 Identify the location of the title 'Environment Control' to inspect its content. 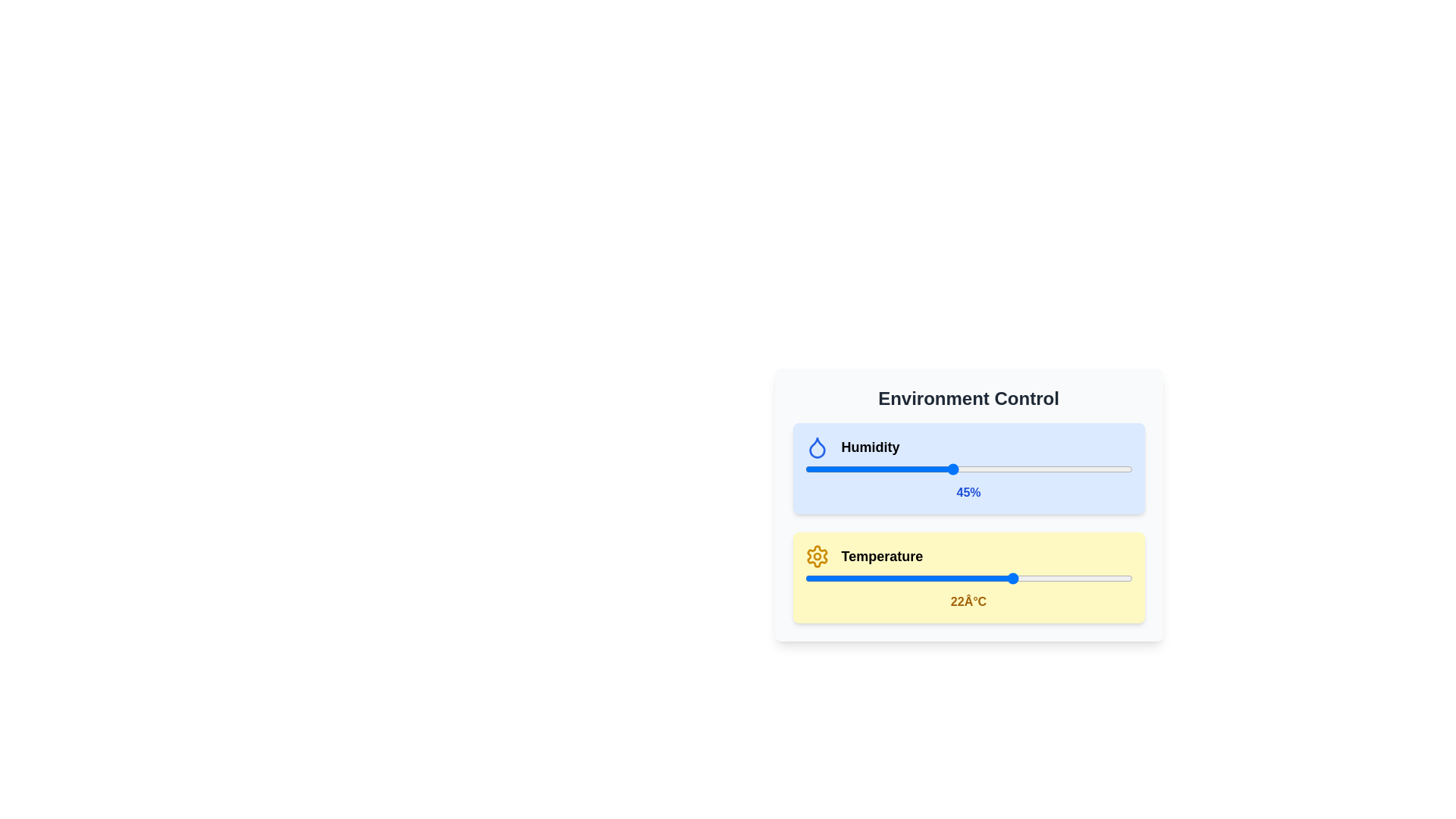
(968, 397).